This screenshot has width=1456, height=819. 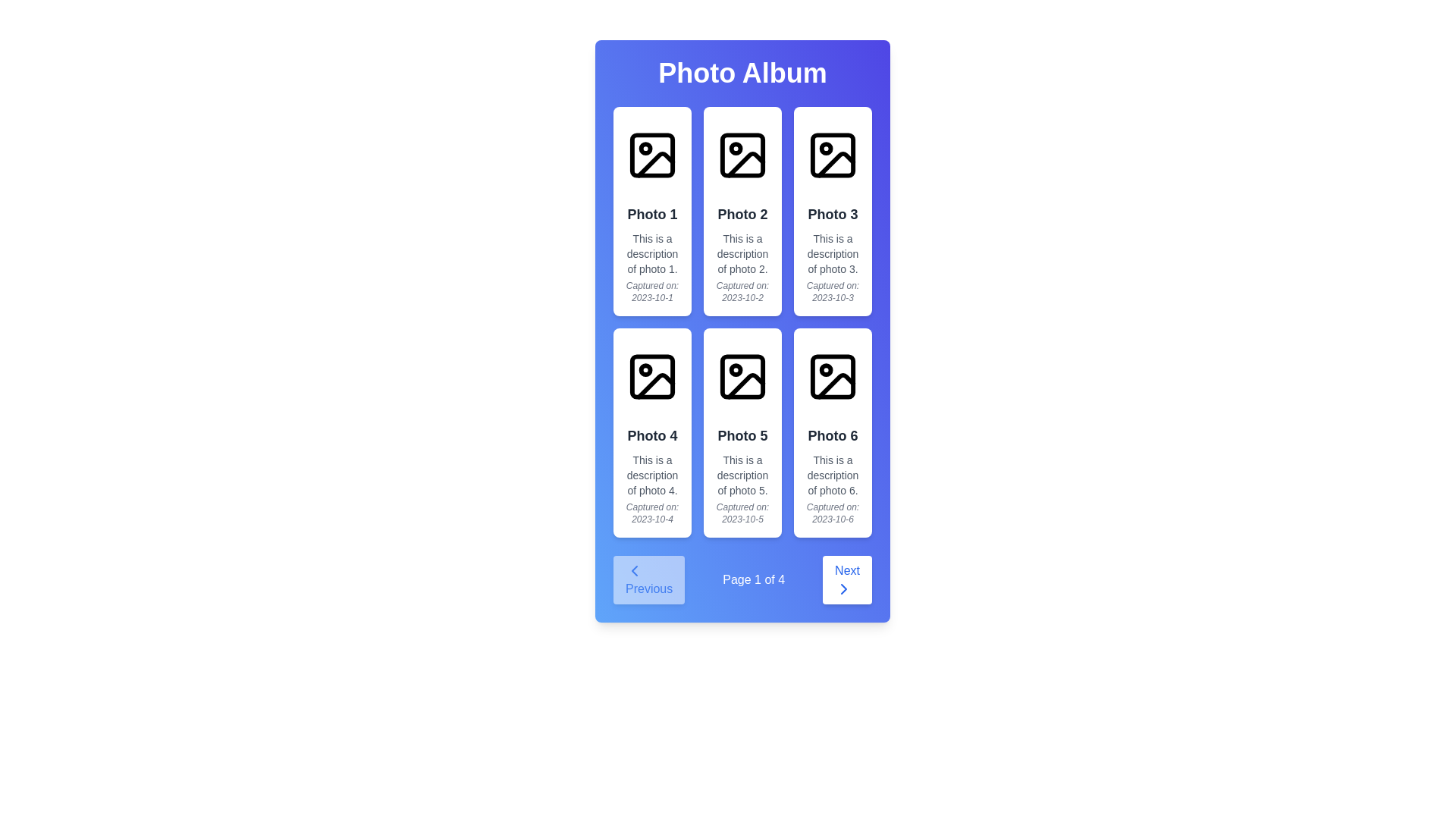 What do you see at coordinates (652, 155) in the screenshot?
I see `the square with rounded corners that is part of the image placeholder icon located in the top-left of the grid item labeled 'Photo 1'` at bounding box center [652, 155].